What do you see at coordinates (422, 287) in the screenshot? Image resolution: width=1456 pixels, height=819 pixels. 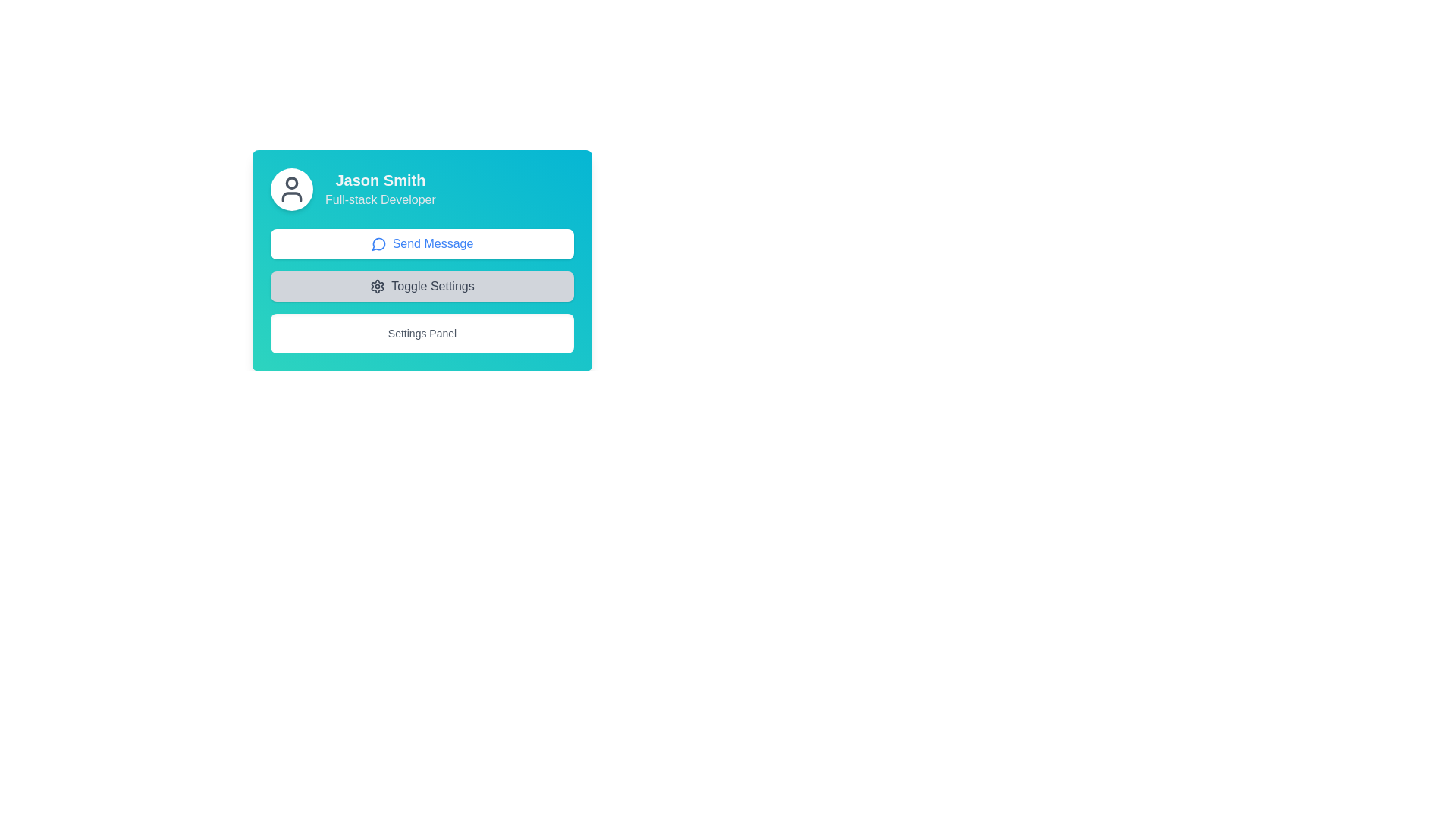 I see `the 'Toggle Settings' button, which is a rectangular button with a gear icon and dark gray text, located below the 'Send Message' button` at bounding box center [422, 287].